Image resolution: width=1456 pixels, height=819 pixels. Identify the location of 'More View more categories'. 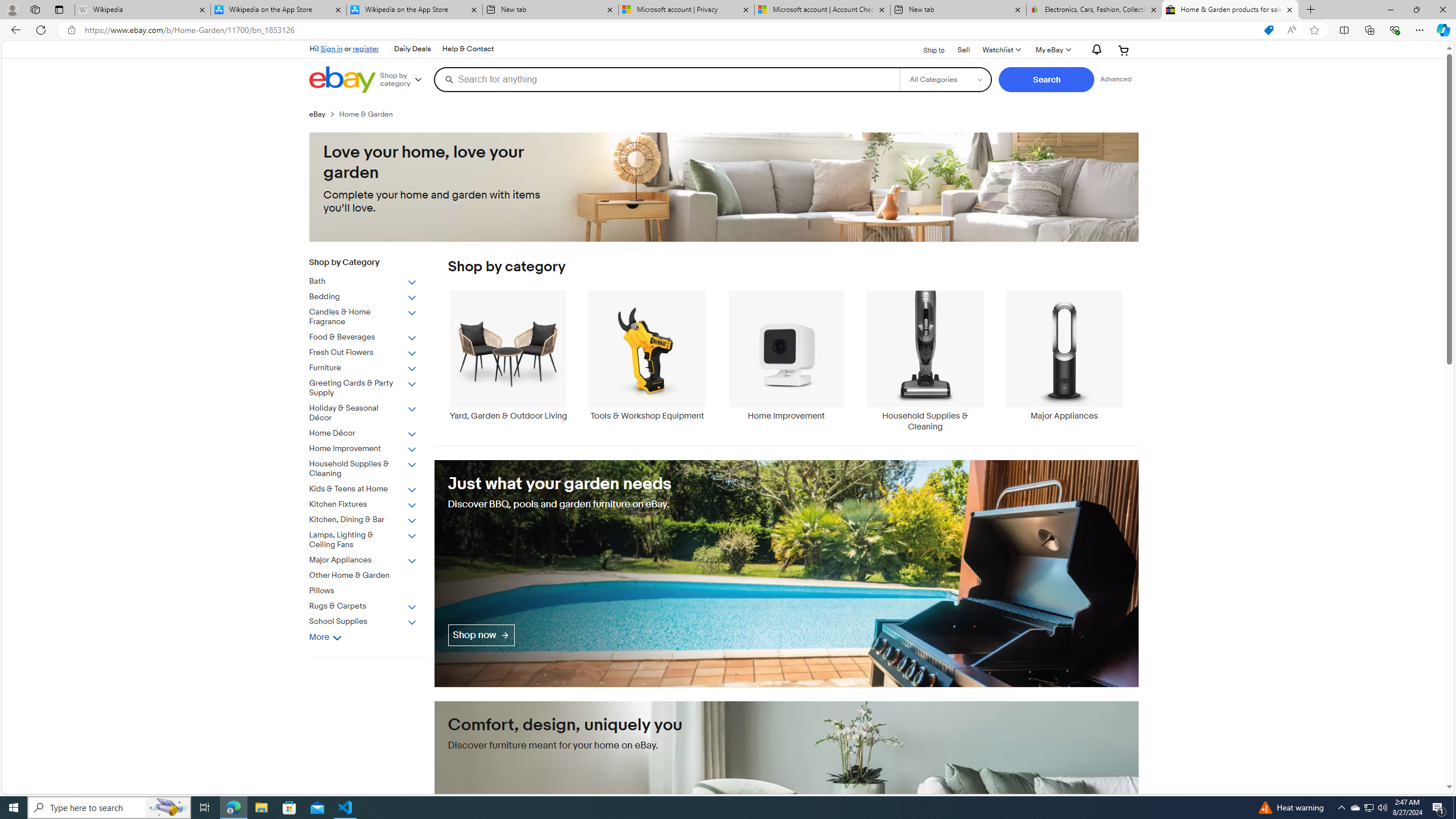
(325, 638).